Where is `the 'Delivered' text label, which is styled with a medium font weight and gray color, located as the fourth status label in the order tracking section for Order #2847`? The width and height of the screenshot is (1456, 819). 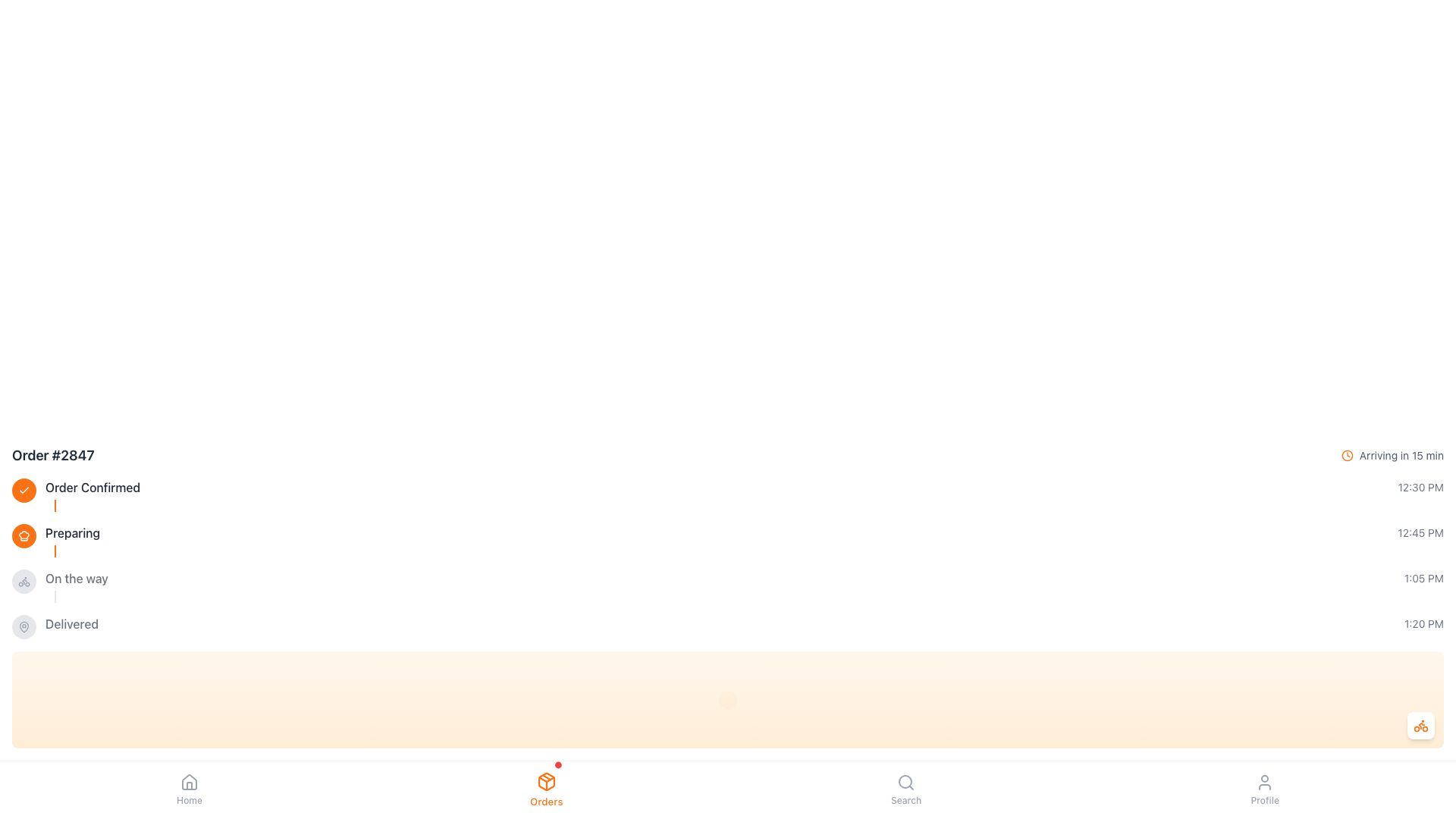 the 'Delivered' text label, which is styled with a medium font weight and gray color, located as the fourth status label in the order tracking section for Order #2847 is located at coordinates (71, 623).